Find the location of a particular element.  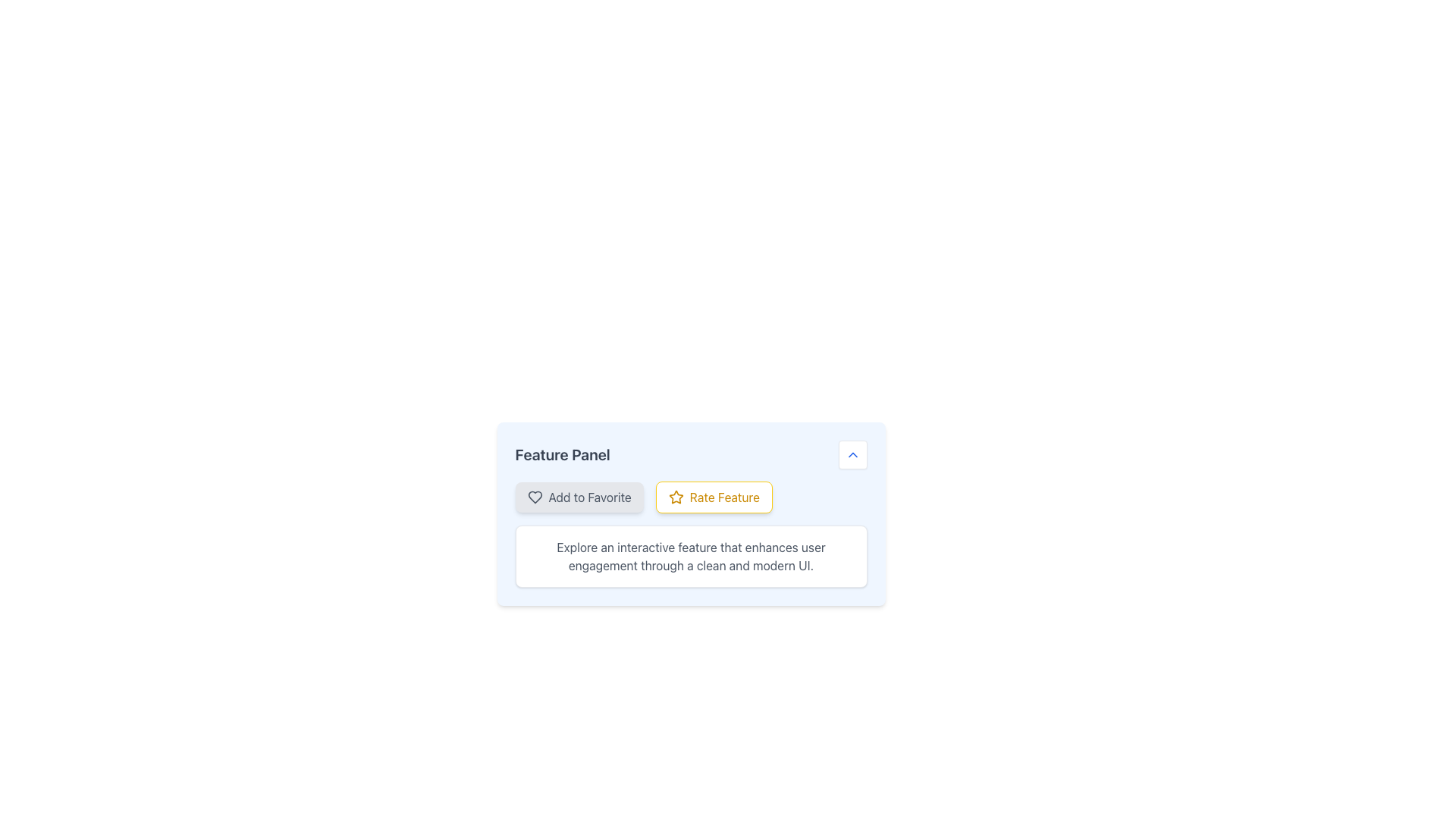

the first button on the left that allows users to mark the current feature as a favorite is located at coordinates (579, 497).